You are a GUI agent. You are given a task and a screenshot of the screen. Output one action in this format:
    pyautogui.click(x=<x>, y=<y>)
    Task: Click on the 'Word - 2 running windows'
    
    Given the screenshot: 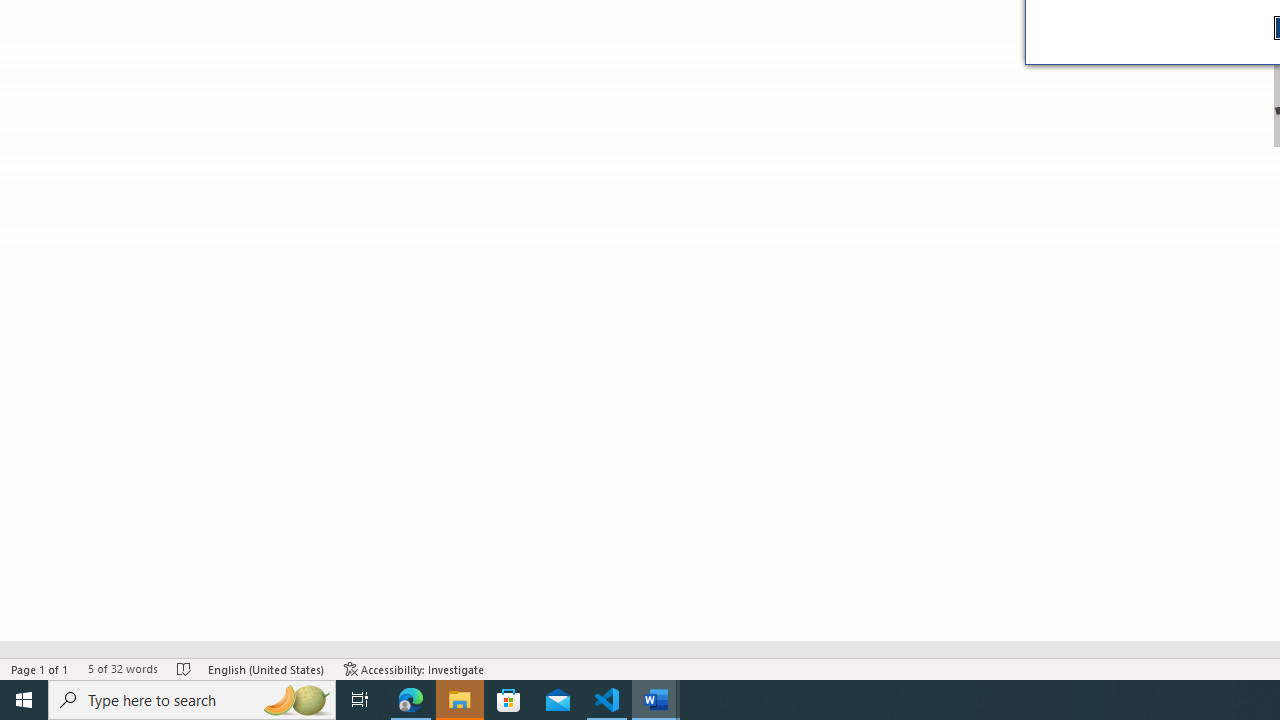 What is the action you would take?
    pyautogui.click(x=656, y=698)
    